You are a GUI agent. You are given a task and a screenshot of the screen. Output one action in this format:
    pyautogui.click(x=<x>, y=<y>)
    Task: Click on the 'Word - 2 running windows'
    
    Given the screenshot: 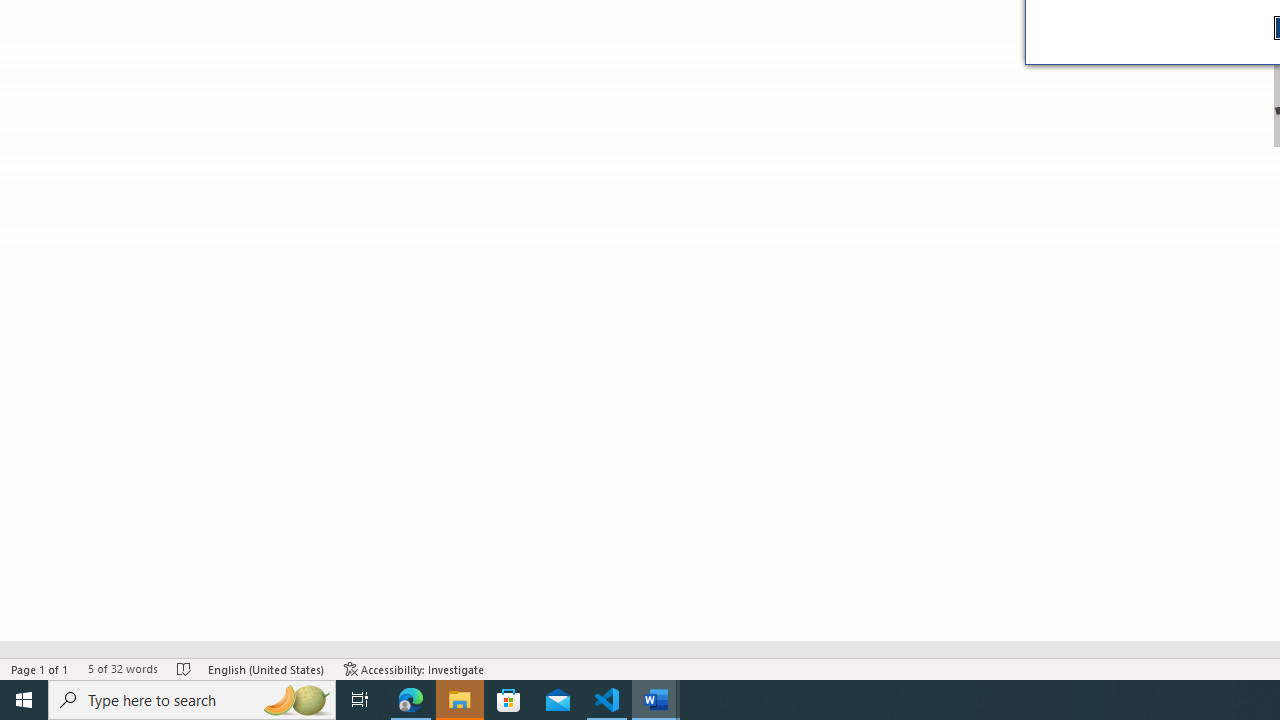 What is the action you would take?
    pyautogui.click(x=656, y=698)
    